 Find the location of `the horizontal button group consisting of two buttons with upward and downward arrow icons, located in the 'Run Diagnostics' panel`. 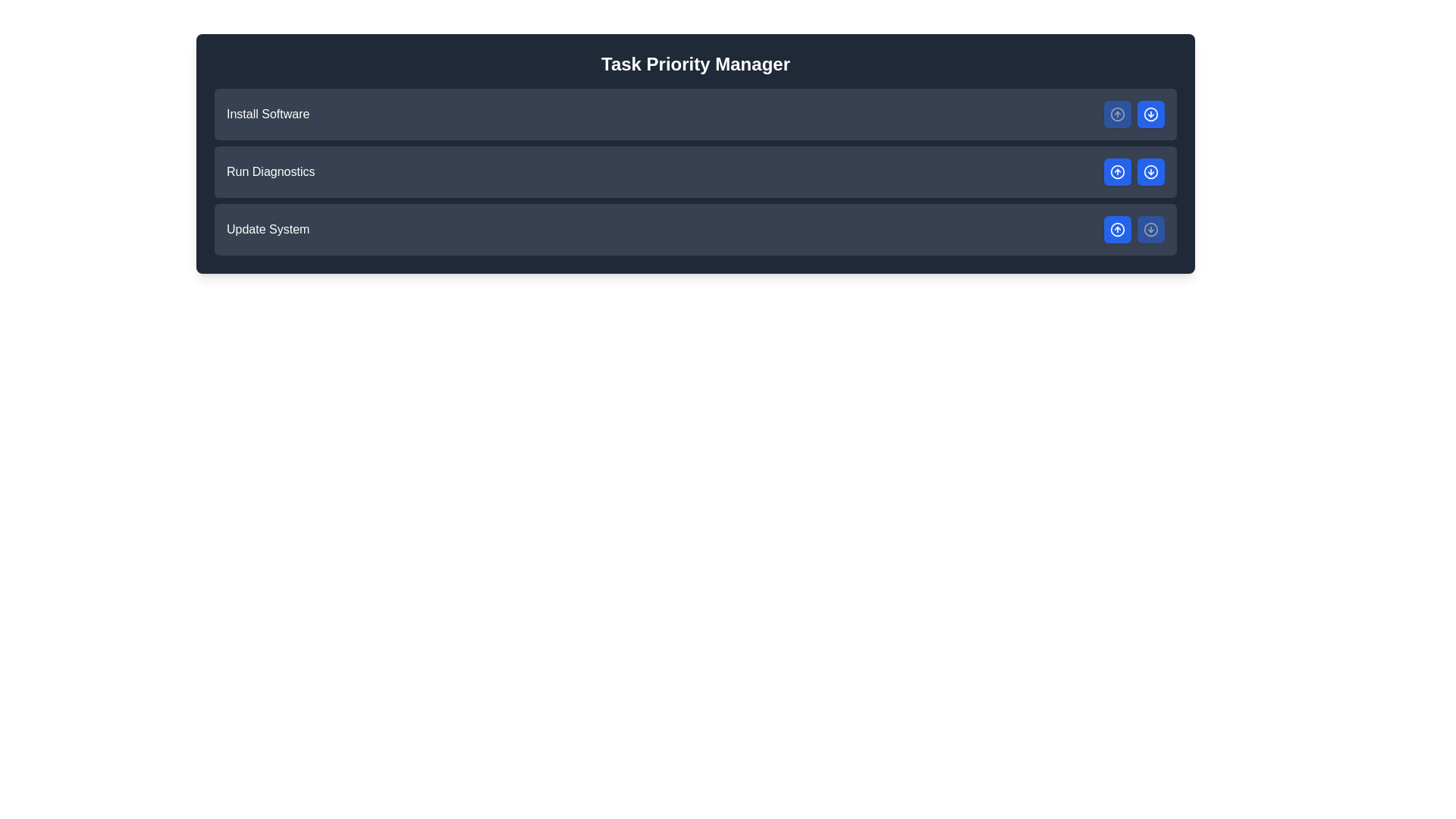

the horizontal button group consisting of two buttons with upward and downward arrow icons, located in the 'Run Diagnostics' panel is located at coordinates (1134, 171).